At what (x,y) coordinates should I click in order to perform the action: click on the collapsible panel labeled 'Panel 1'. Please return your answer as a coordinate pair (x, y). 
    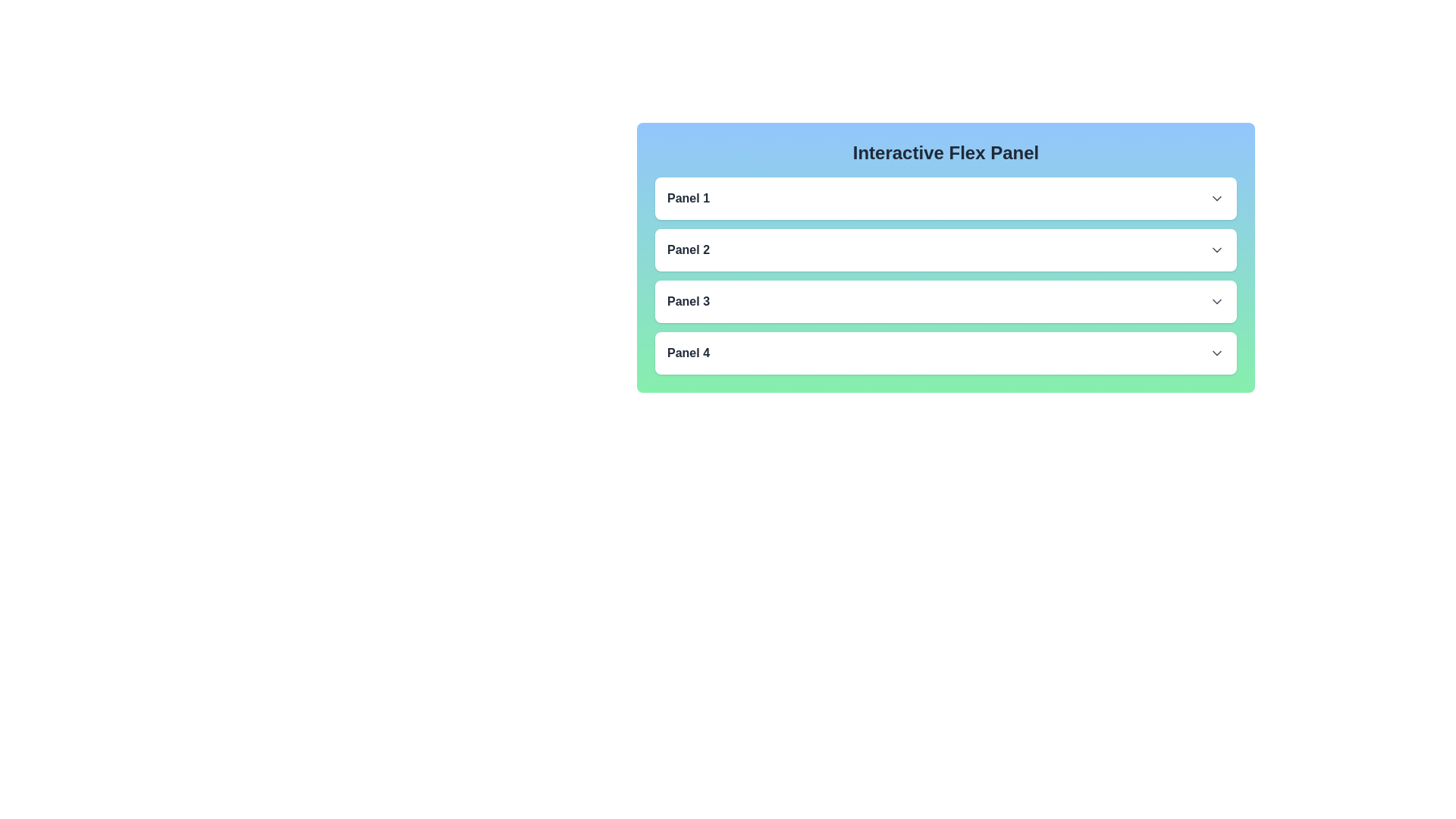
    Looking at the image, I should click on (945, 198).